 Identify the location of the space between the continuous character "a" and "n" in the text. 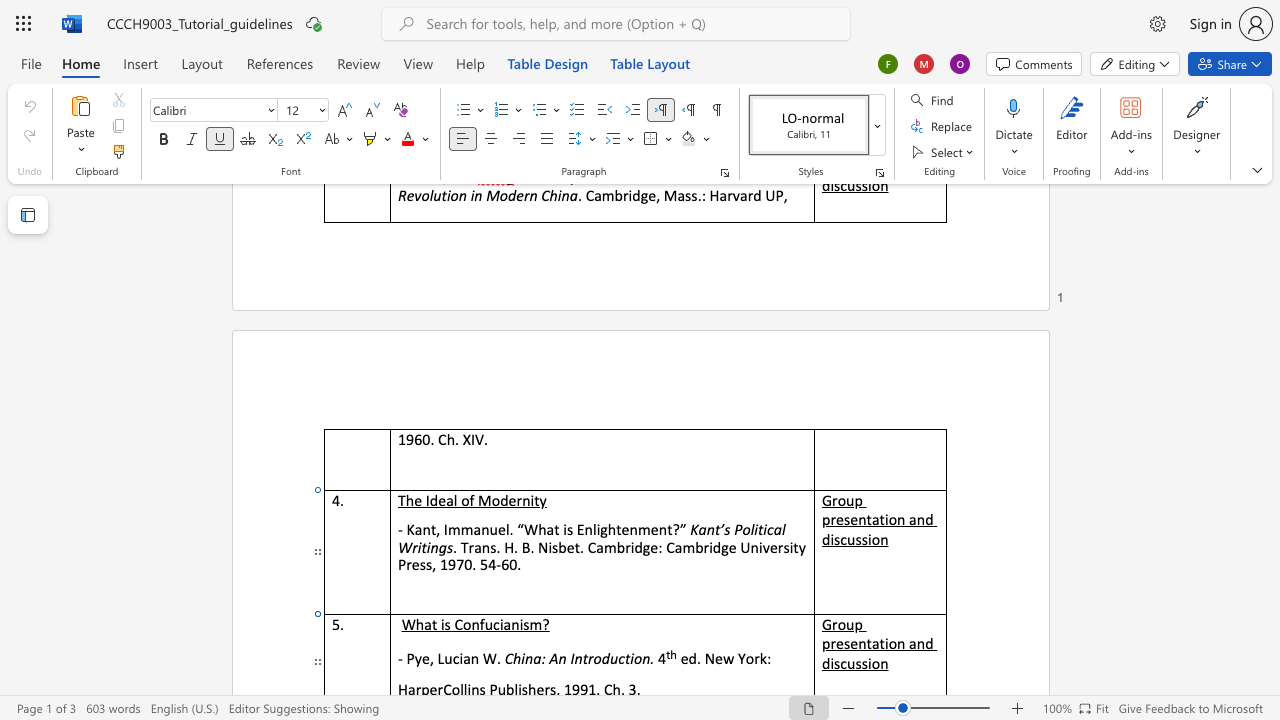
(470, 658).